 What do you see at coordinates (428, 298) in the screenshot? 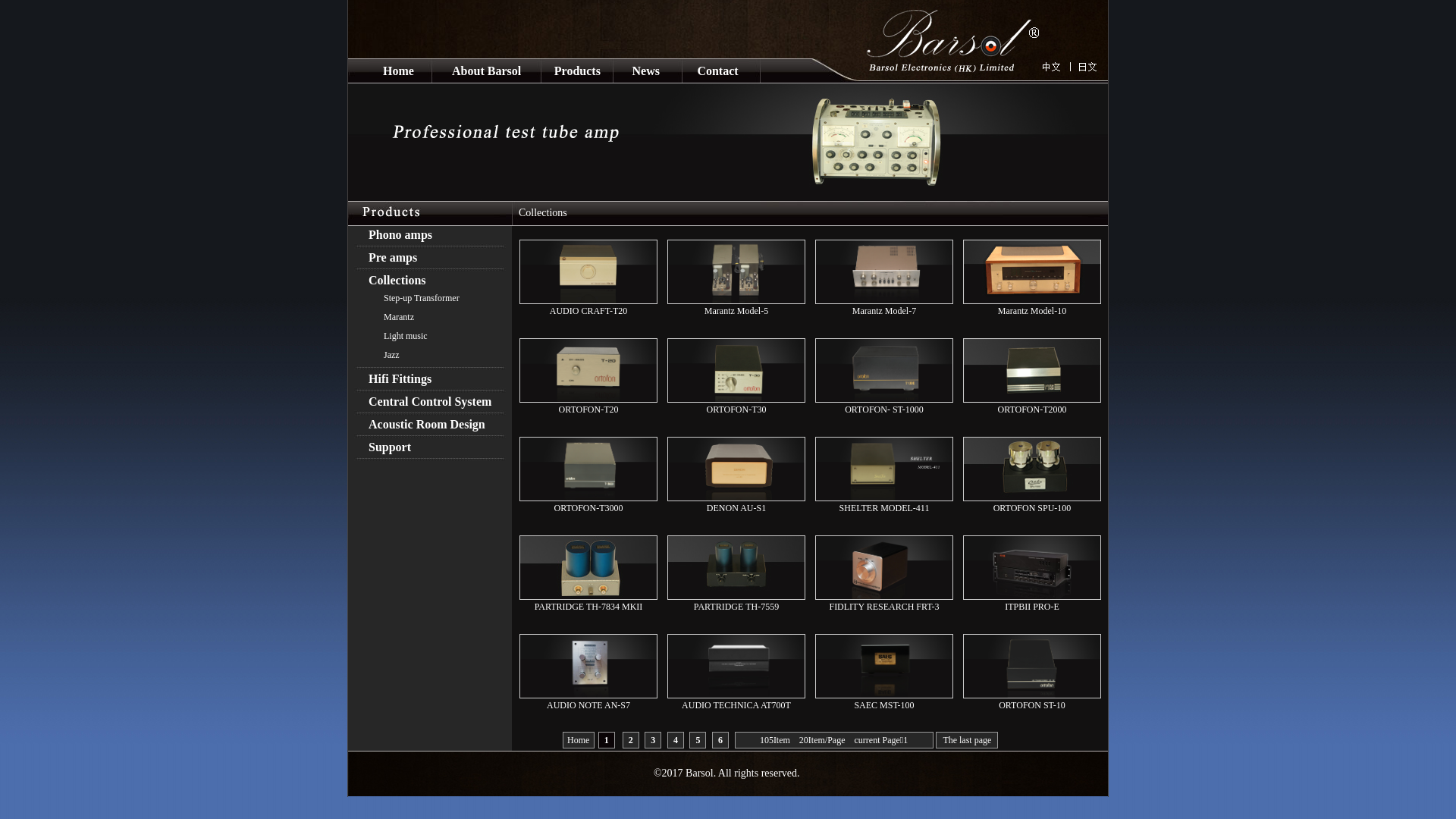
I see `'Step-up Transformer'` at bounding box center [428, 298].